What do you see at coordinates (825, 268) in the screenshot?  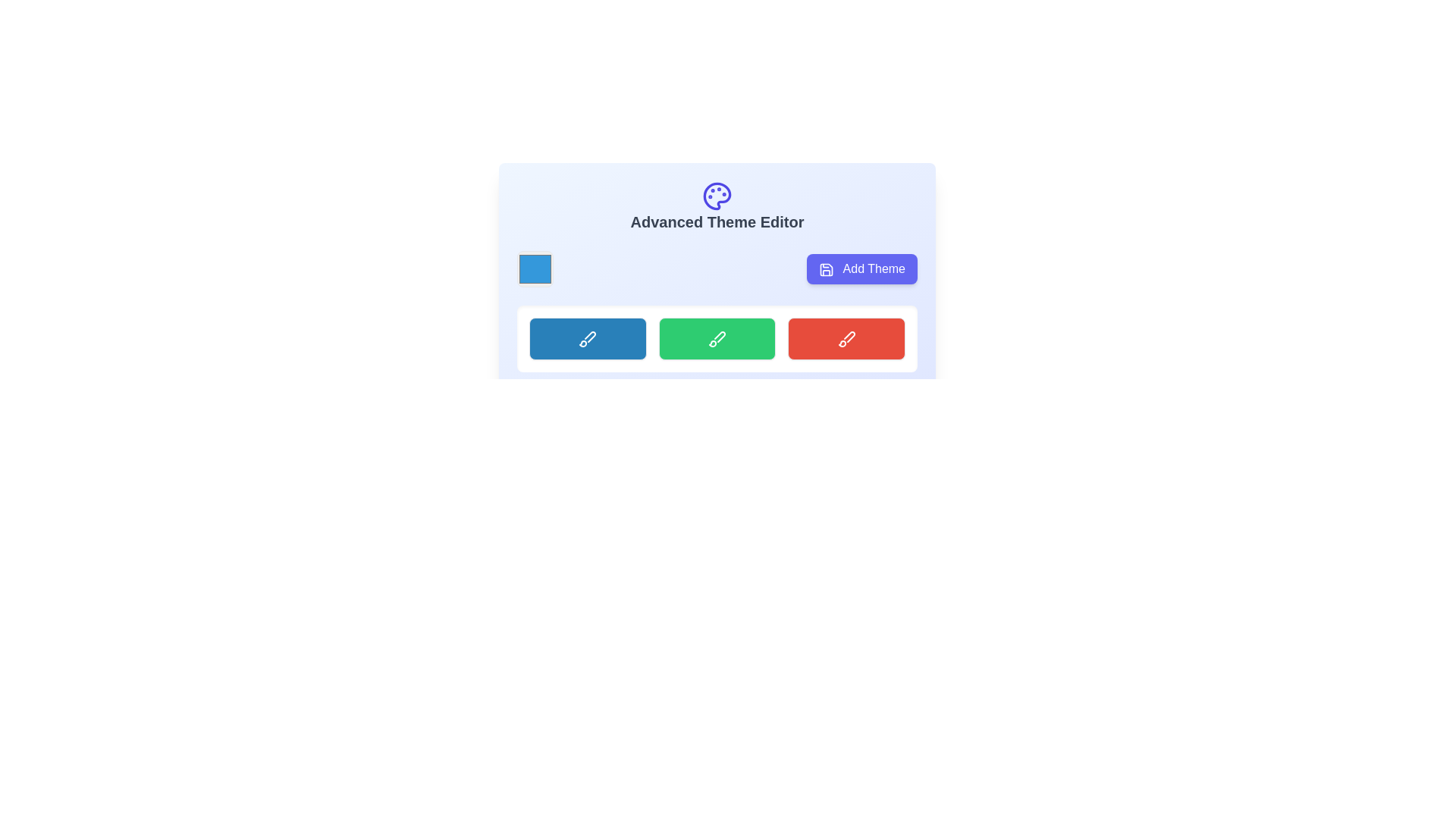 I see `the icon within the 'Add Theme' button located at the top right area of the interface, which enables the functionality` at bounding box center [825, 268].